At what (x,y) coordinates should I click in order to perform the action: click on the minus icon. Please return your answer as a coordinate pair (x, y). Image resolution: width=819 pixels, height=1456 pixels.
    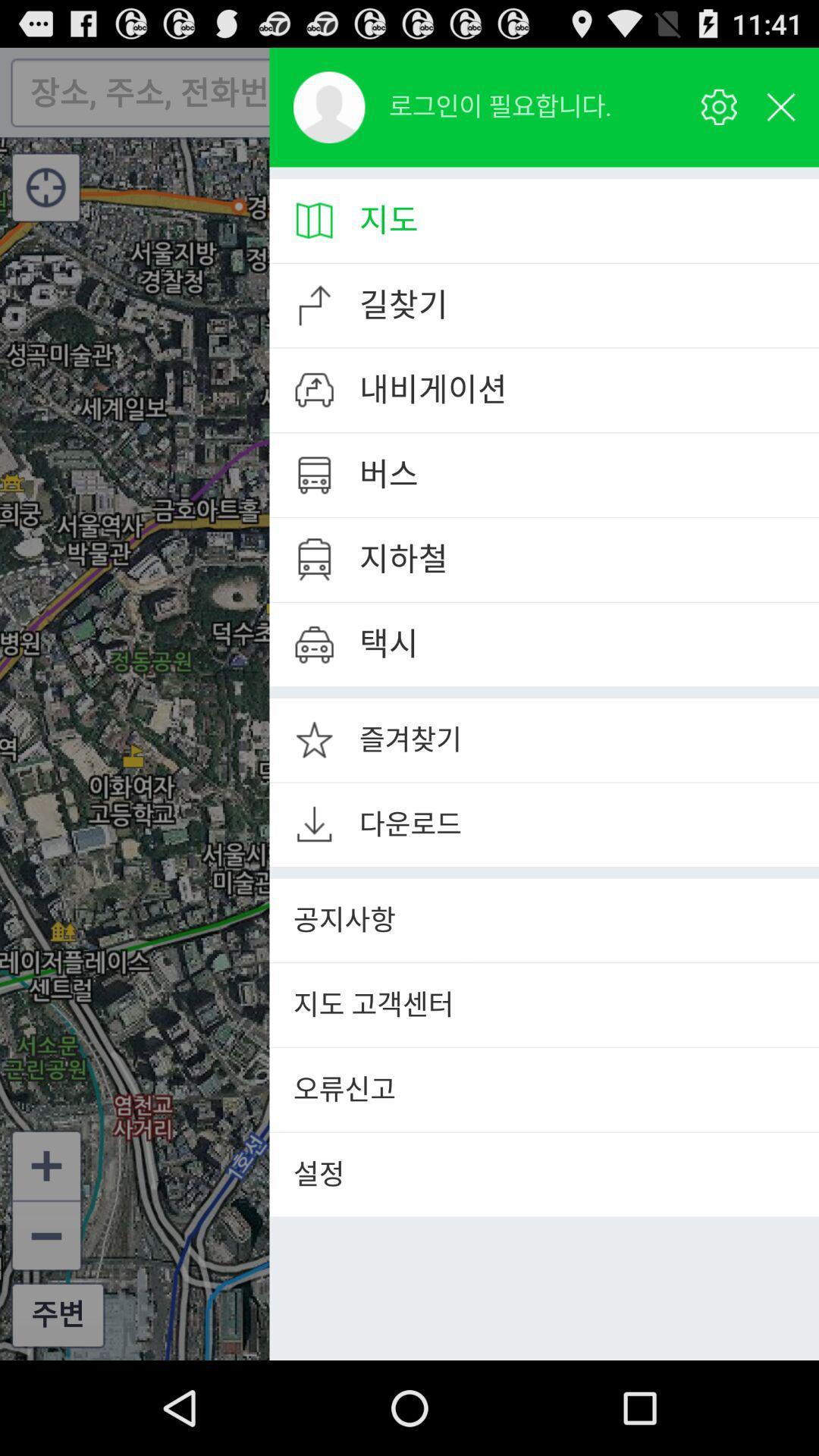
    Looking at the image, I should click on (772, 378).